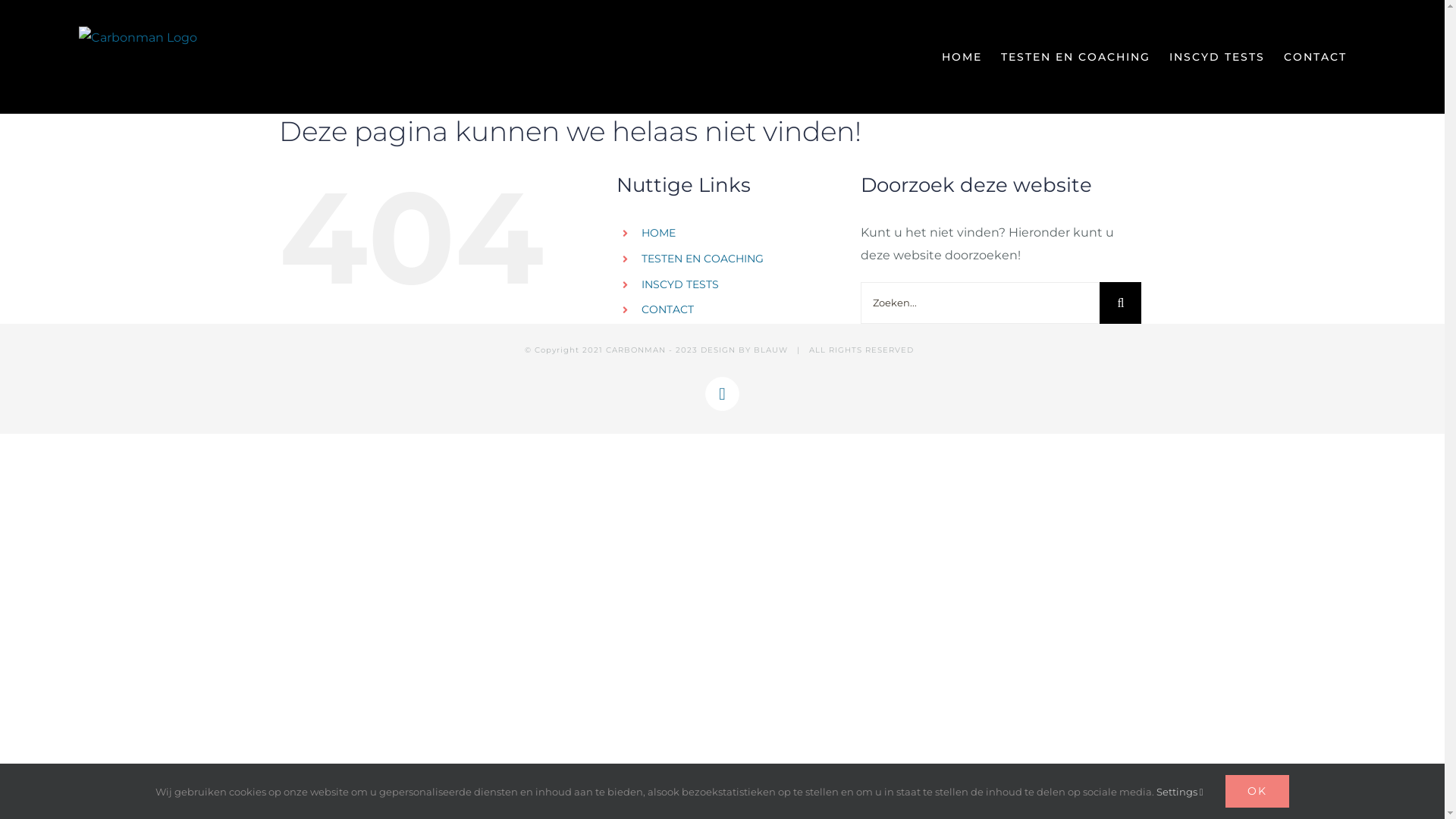  Describe the element at coordinates (701, 257) in the screenshot. I see `'TESTEN EN COACHING'` at that location.